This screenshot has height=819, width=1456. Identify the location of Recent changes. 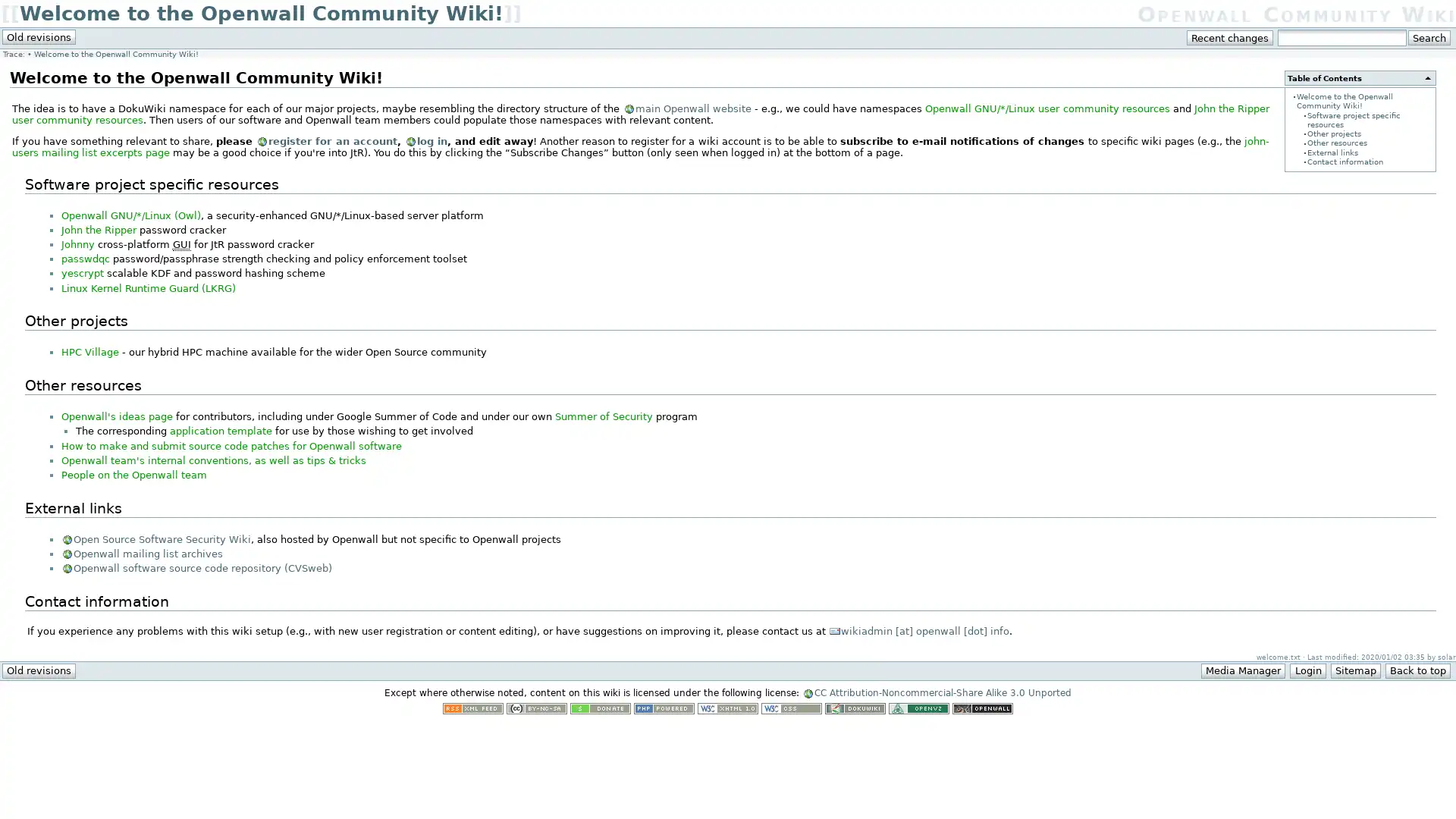
(1230, 37).